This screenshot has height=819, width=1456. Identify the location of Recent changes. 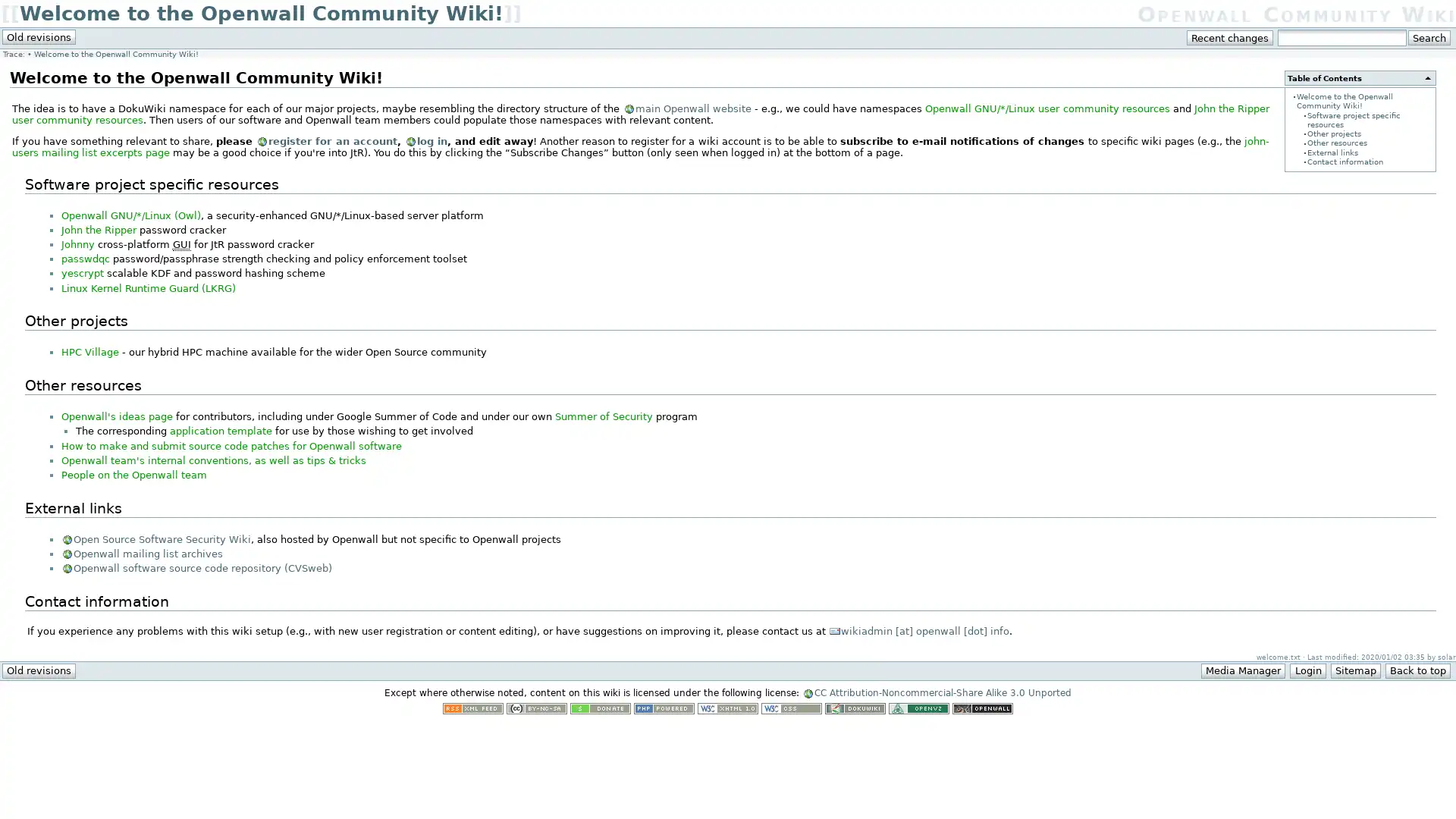
(1230, 37).